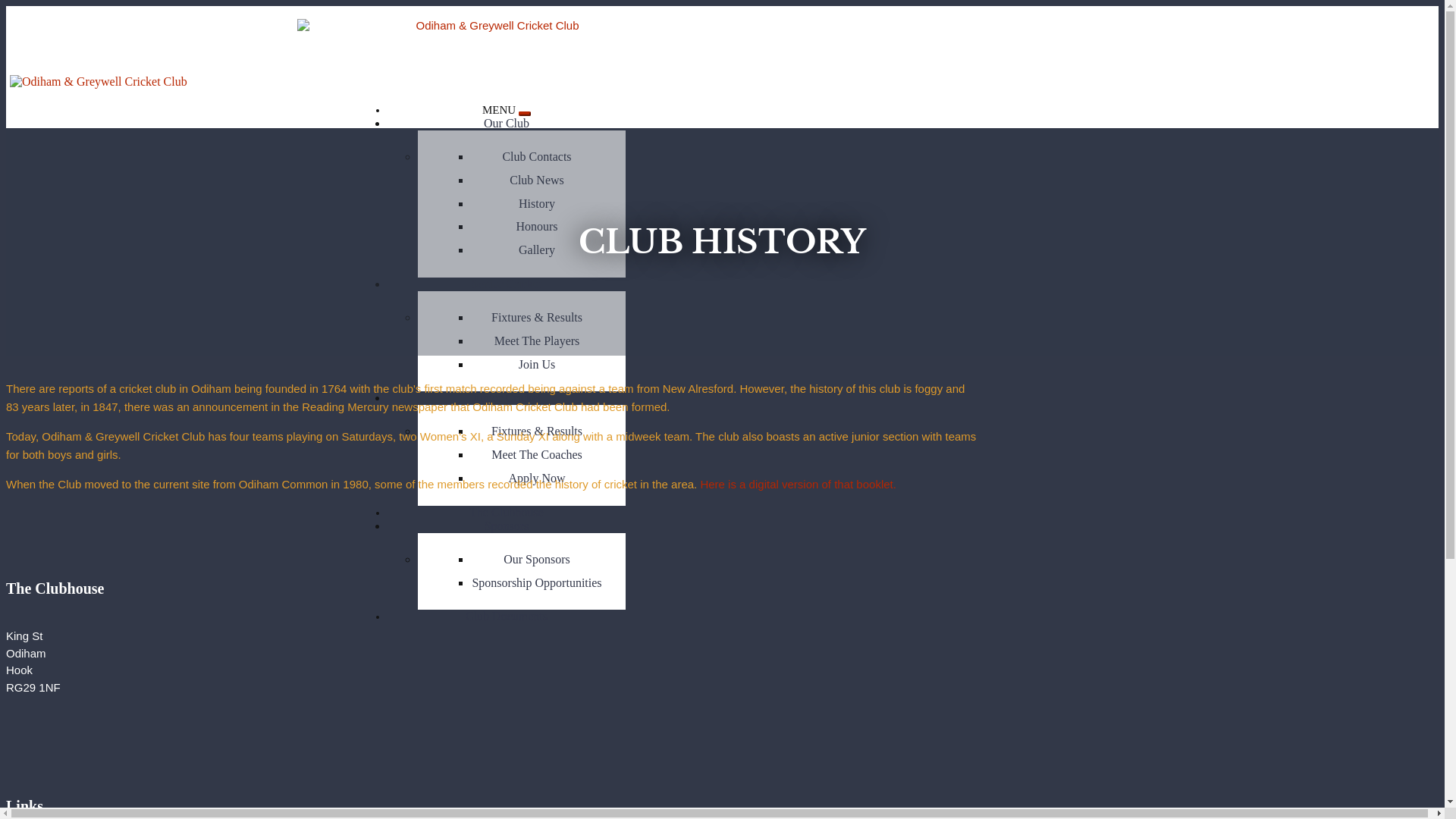 Image resolution: width=1456 pixels, height=819 pixels. What do you see at coordinates (796, 484) in the screenshot?
I see `'Here is a digital version of that booklet.'` at bounding box center [796, 484].